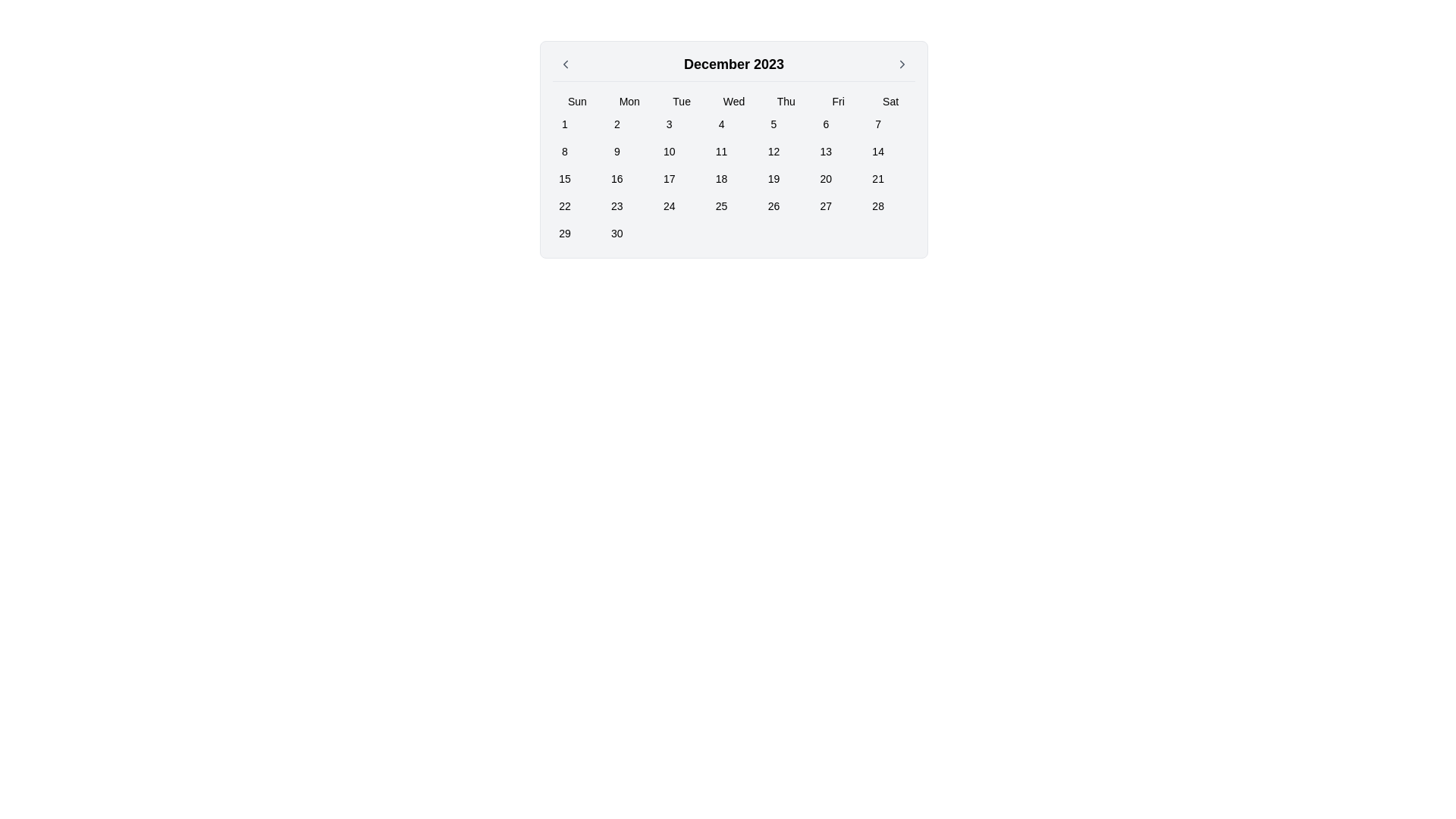 This screenshot has height=819, width=1456. What do you see at coordinates (681, 102) in the screenshot?
I see `the text label indicating 'Tuesday' in the calendar view, which is the third header in the row of weekday names` at bounding box center [681, 102].